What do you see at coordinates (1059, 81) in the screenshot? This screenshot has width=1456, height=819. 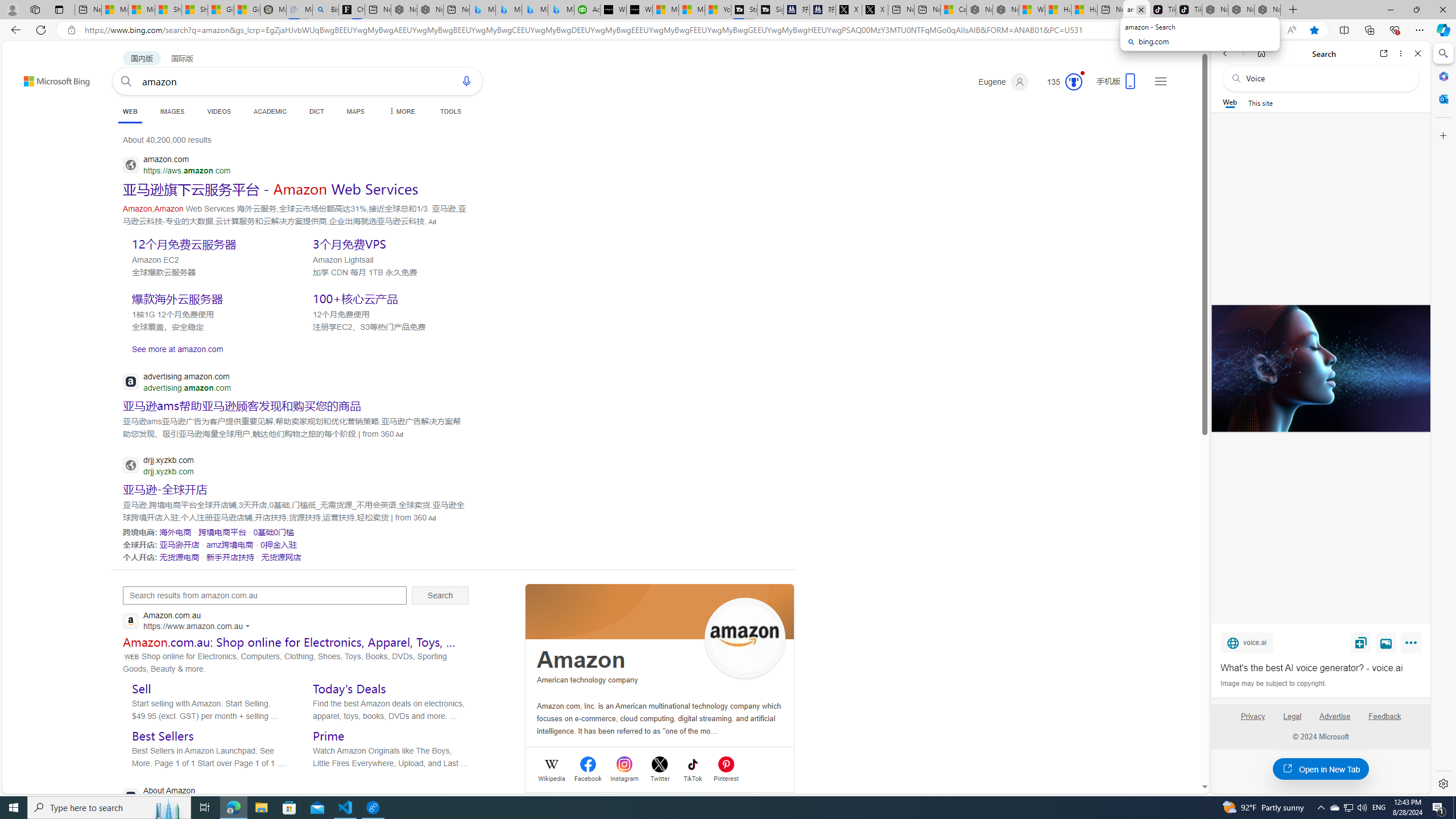 I see `'Microsoft Rewards 132'` at bounding box center [1059, 81].